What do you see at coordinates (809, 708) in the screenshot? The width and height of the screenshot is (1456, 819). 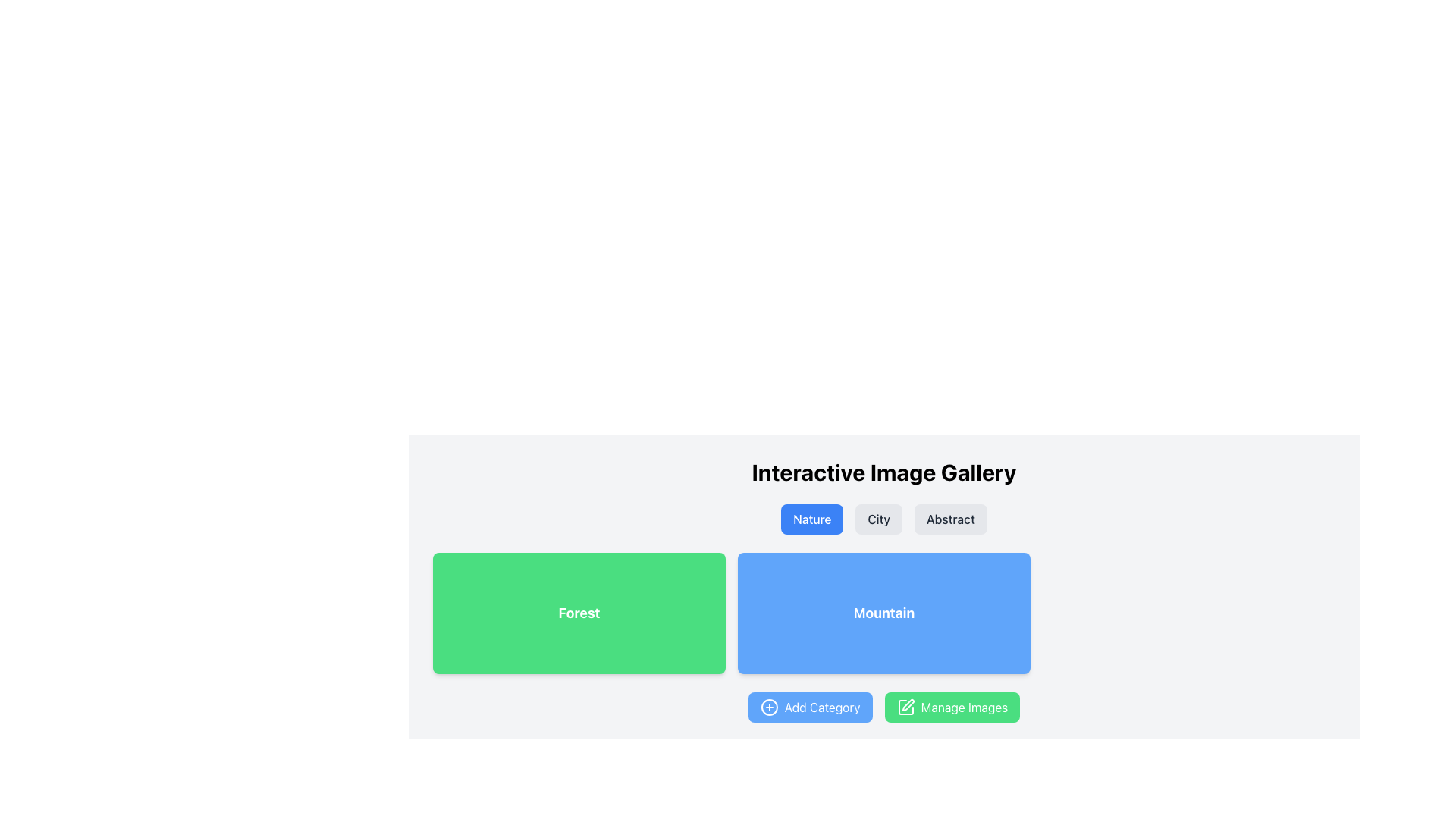 I see `the leftmost button at the bottom of the interface` at bounding box center [809, 708].